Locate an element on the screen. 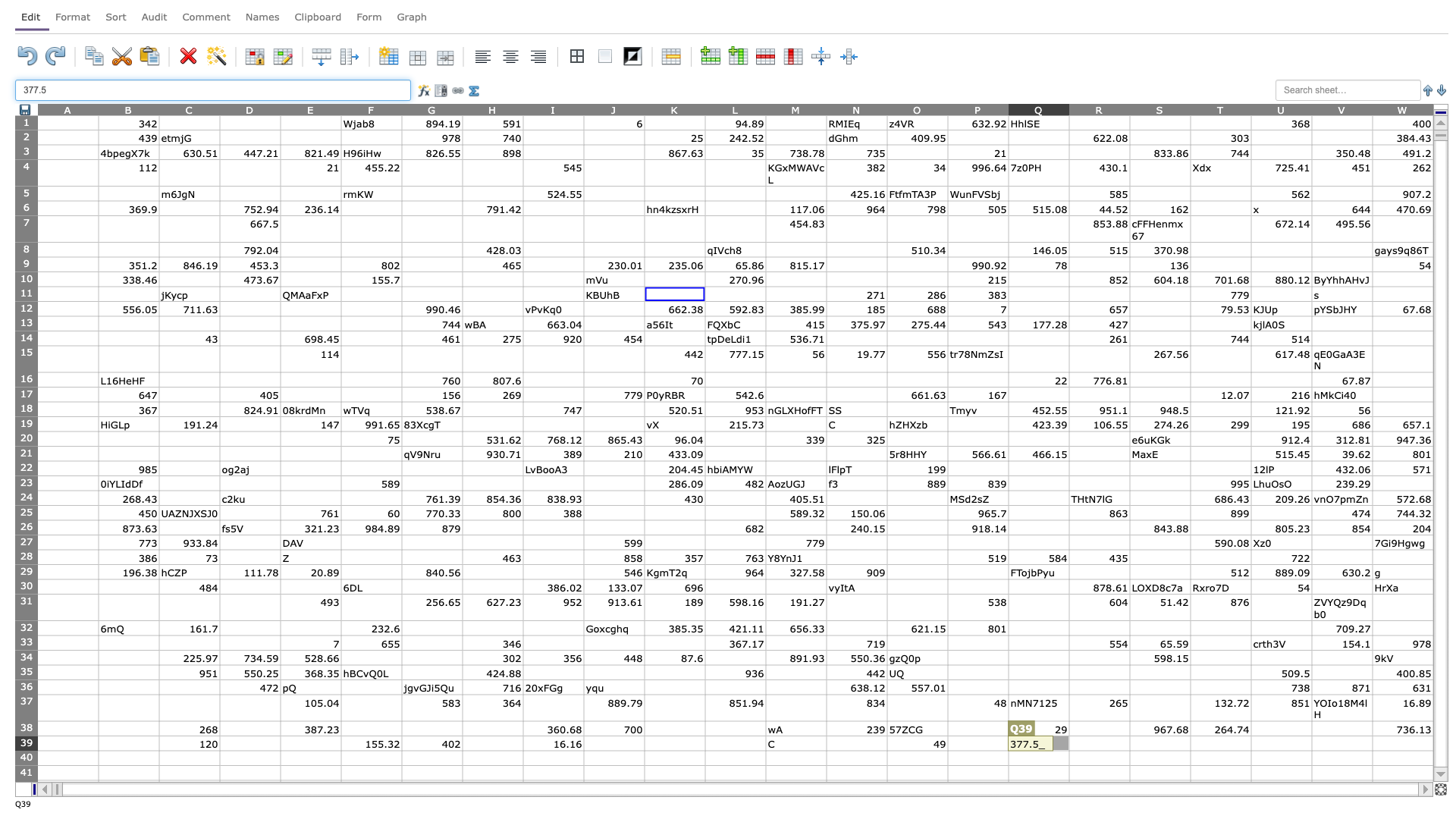 Image resolution: width=1456 pixels, height=819 pixels. Left side boundary of S39 is located at coordinates (1129, 742).